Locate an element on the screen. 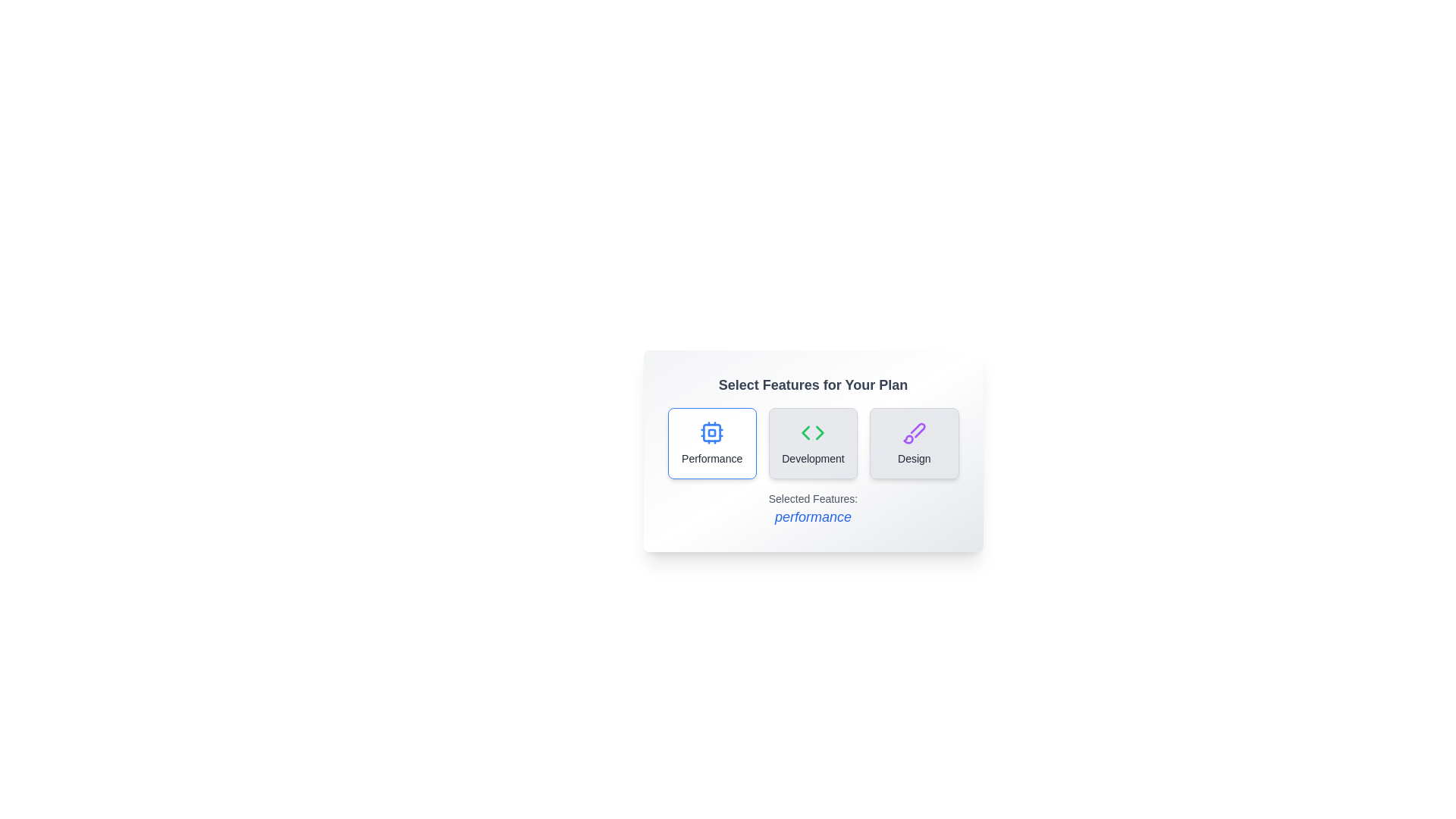  the Development button is located at coordinates (811, 444).